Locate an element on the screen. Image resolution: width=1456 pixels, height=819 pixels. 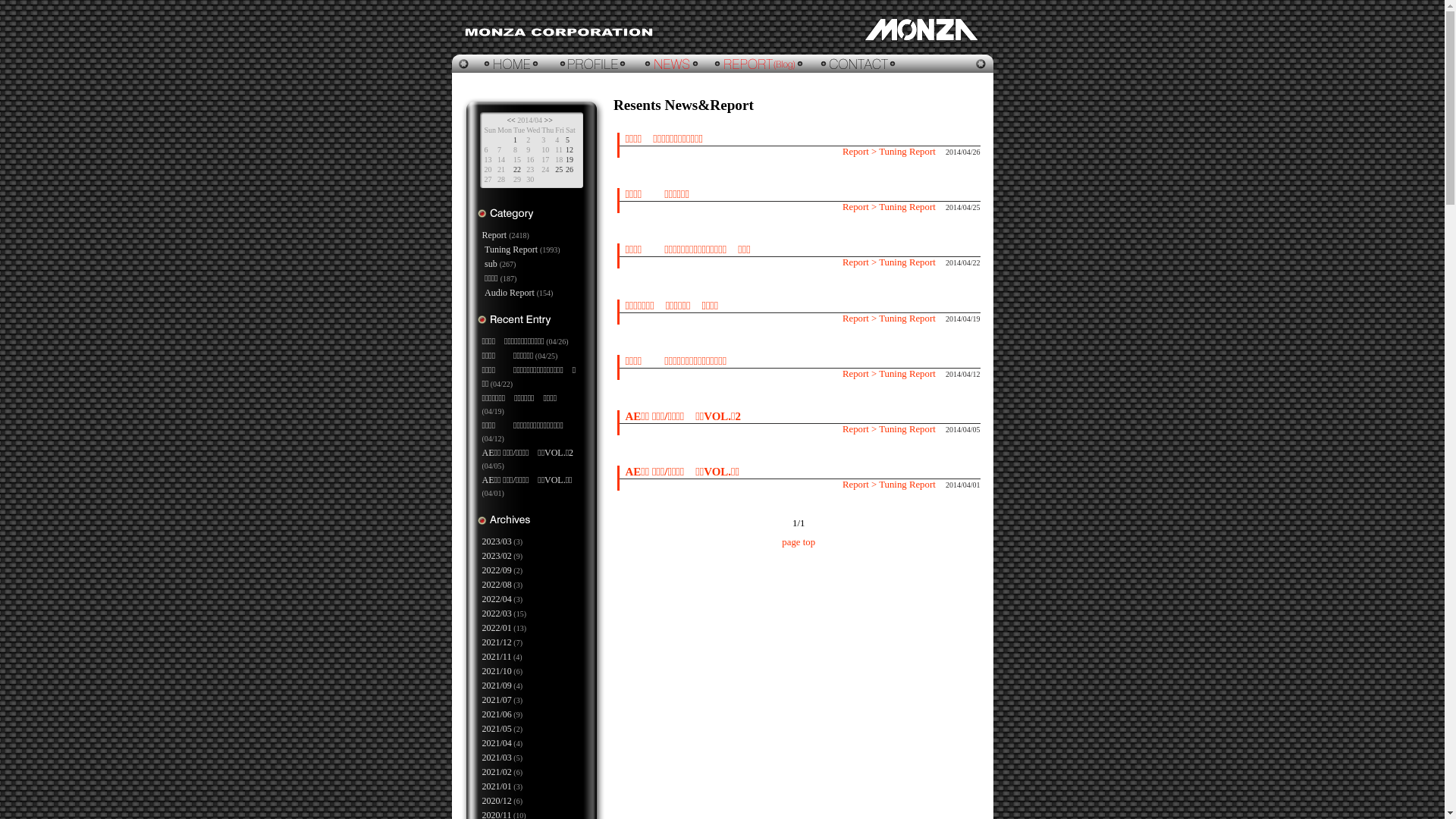
'REPORT(Blog)' is located at coordinates (759, 63).